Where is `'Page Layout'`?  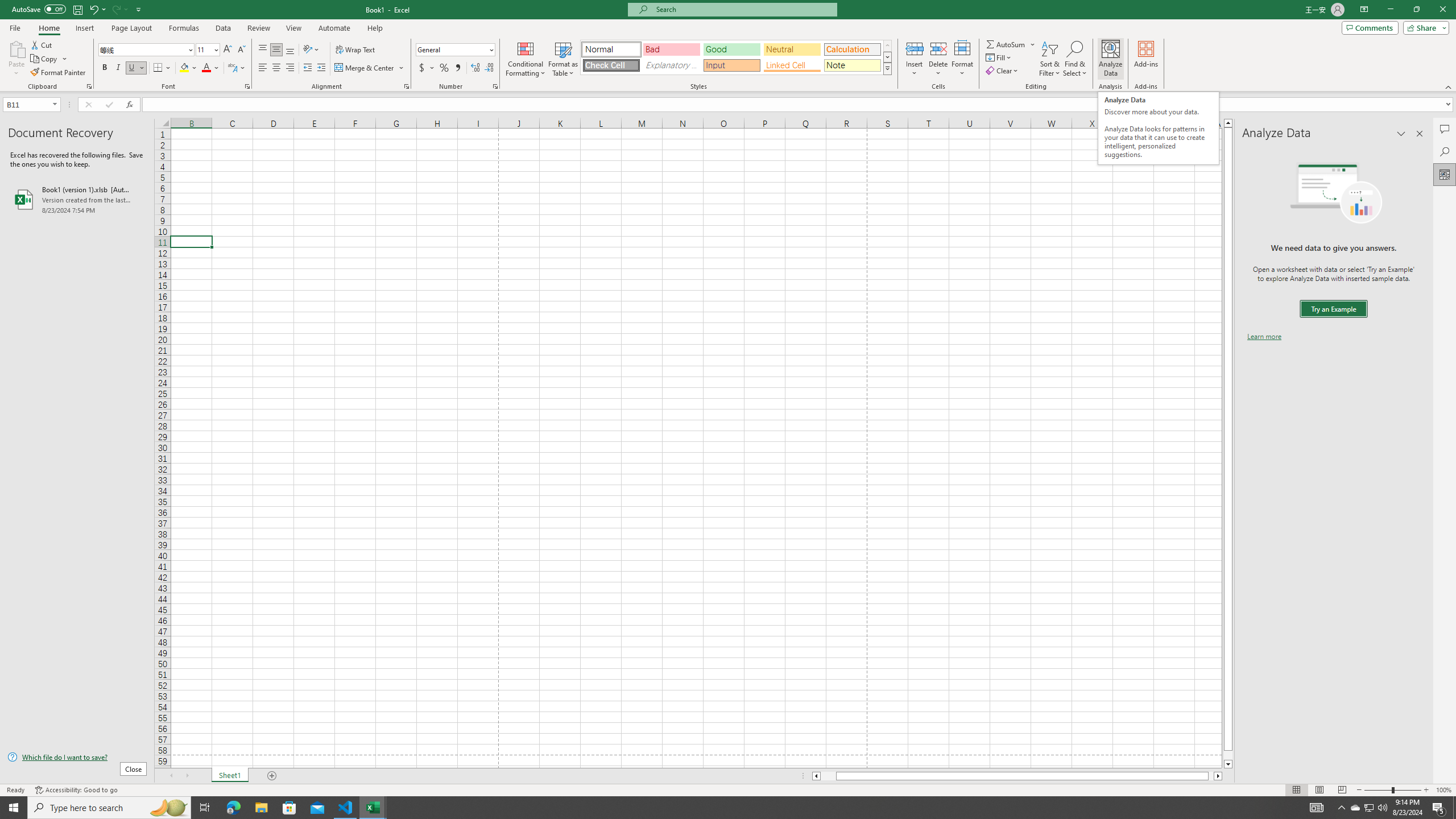 'Page Layout' is located at coordinates (131, 28).